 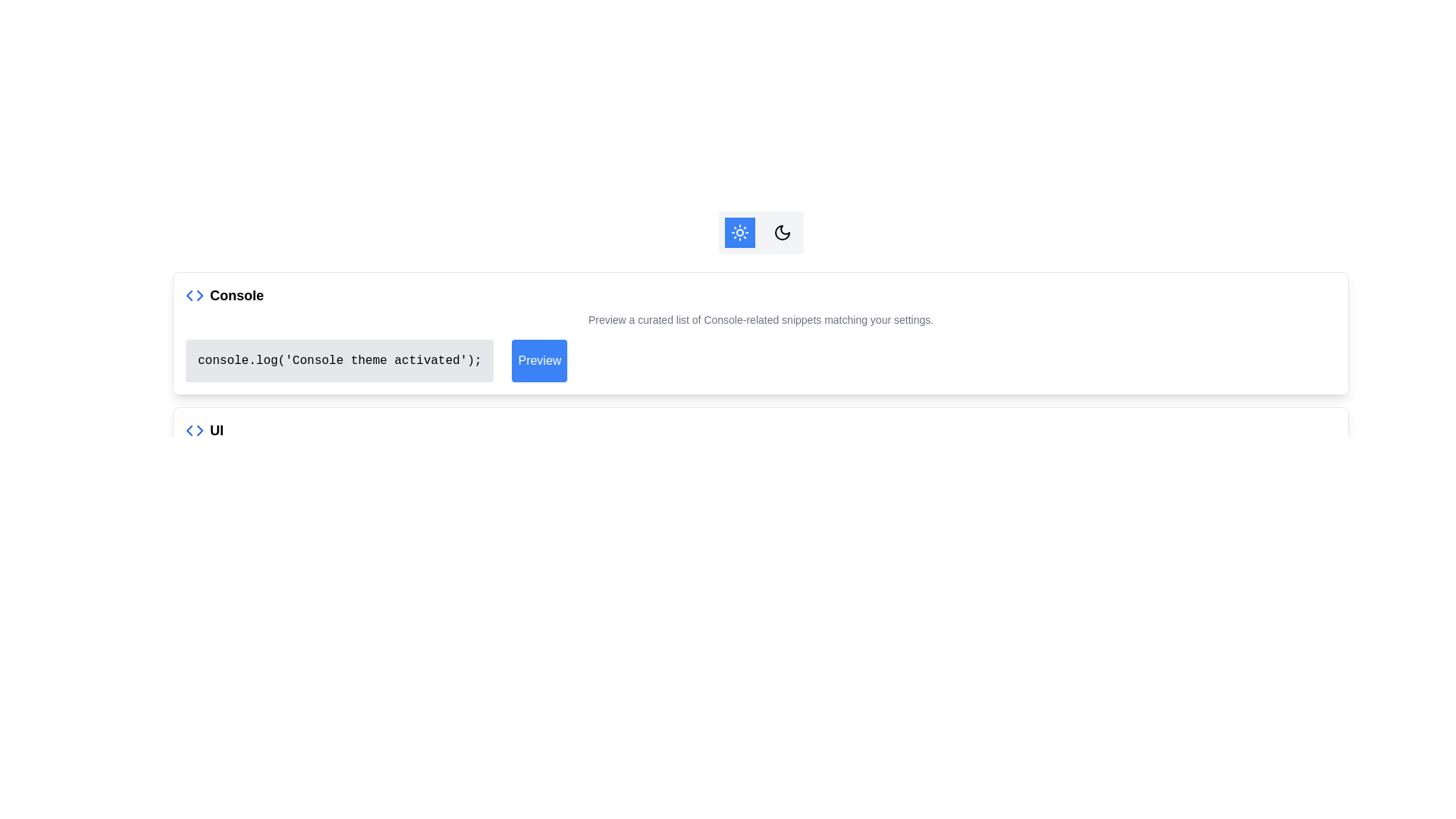 What do you see at coordinates (782, 233) in the screenshot?
I see `the crescent moon icon styled in a minimal design` at bounding box center [782, 233].